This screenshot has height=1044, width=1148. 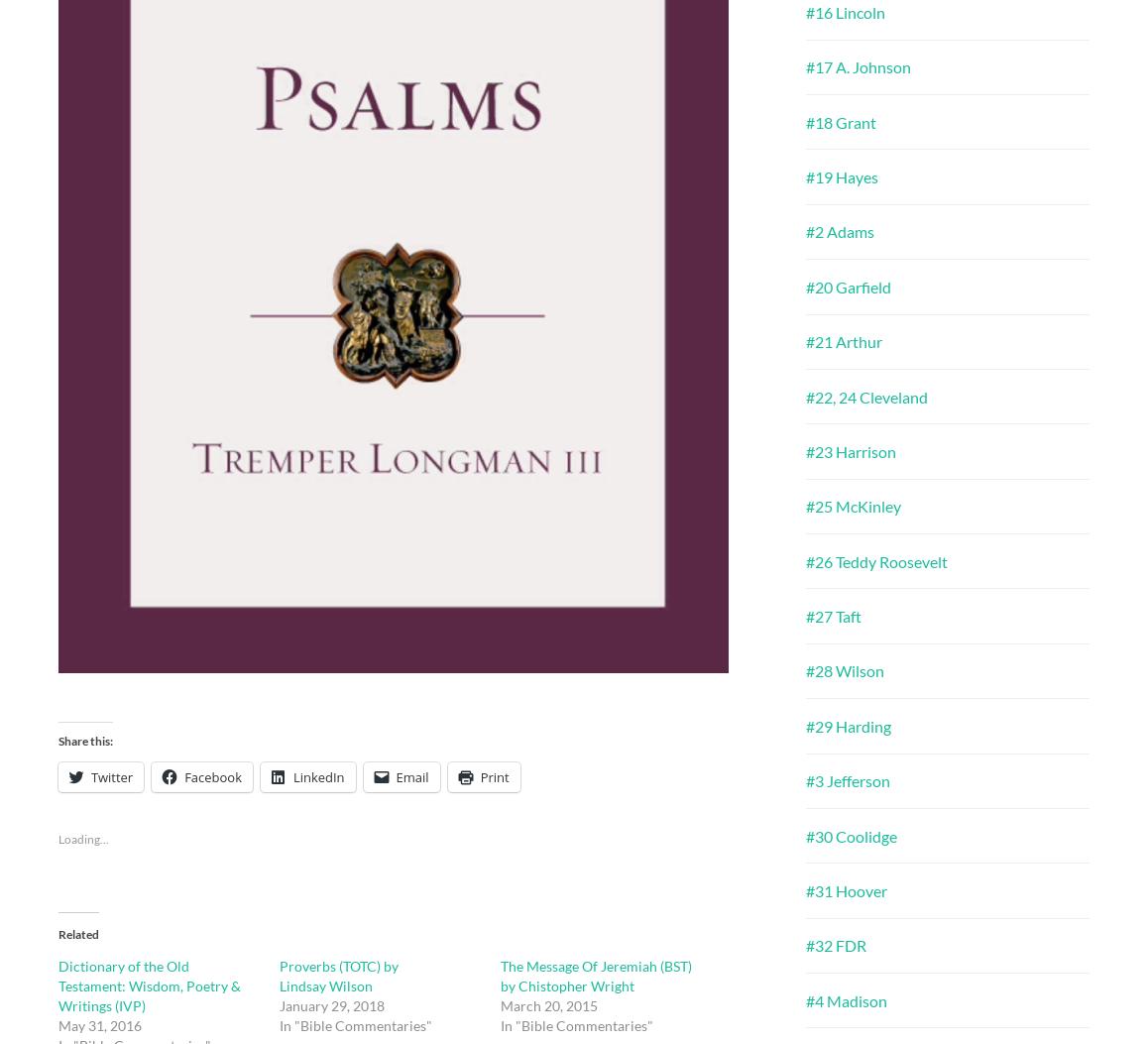 I want to click on 'Loading...', so click(x=83, y=837).